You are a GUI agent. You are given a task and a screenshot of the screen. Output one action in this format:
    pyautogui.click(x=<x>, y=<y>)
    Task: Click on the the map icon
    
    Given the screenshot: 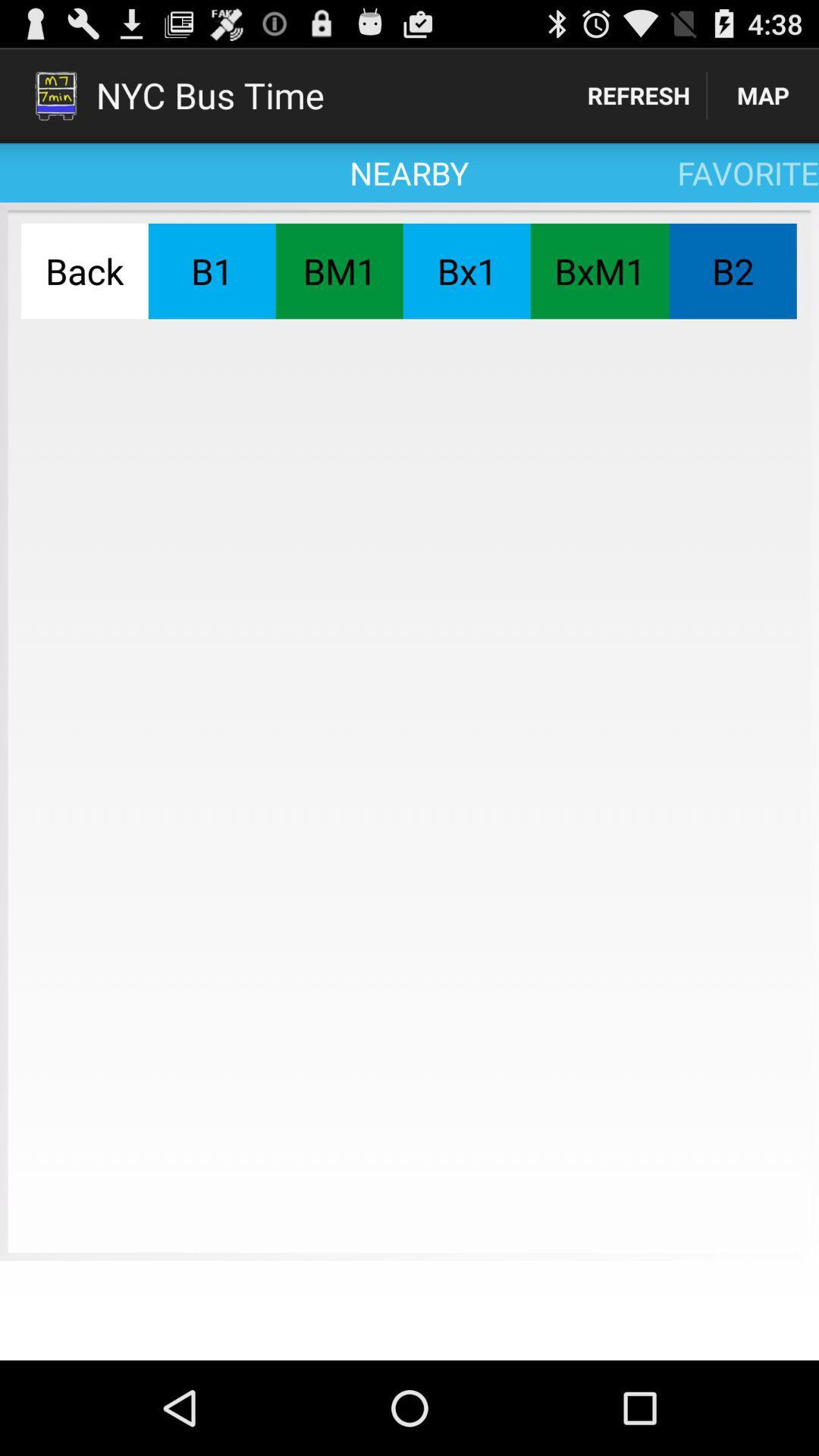 What is the action you would take?
    pyautogui.click(x=763, y=94)
    